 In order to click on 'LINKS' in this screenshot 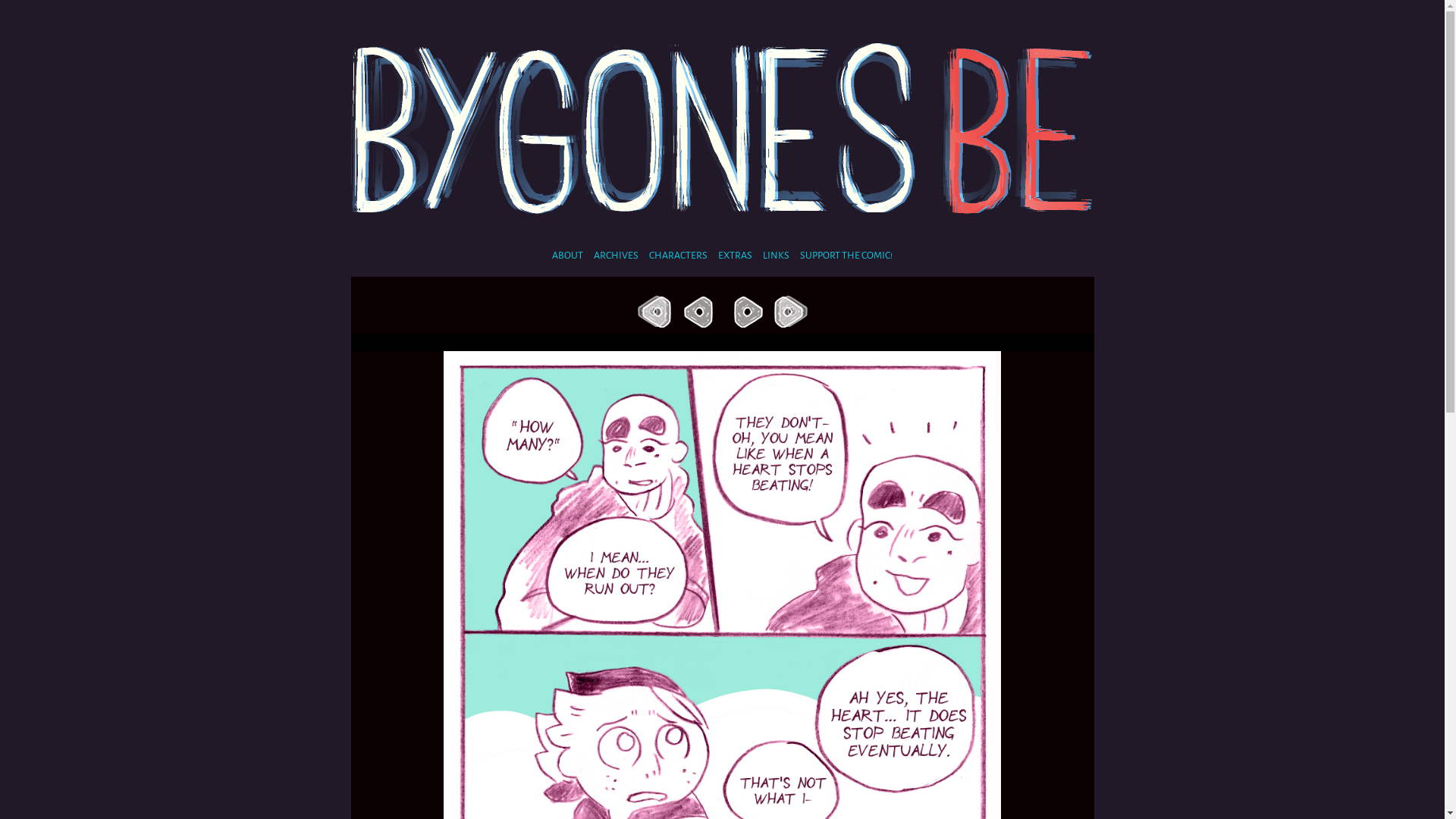, I will do `click(776, 255)`.